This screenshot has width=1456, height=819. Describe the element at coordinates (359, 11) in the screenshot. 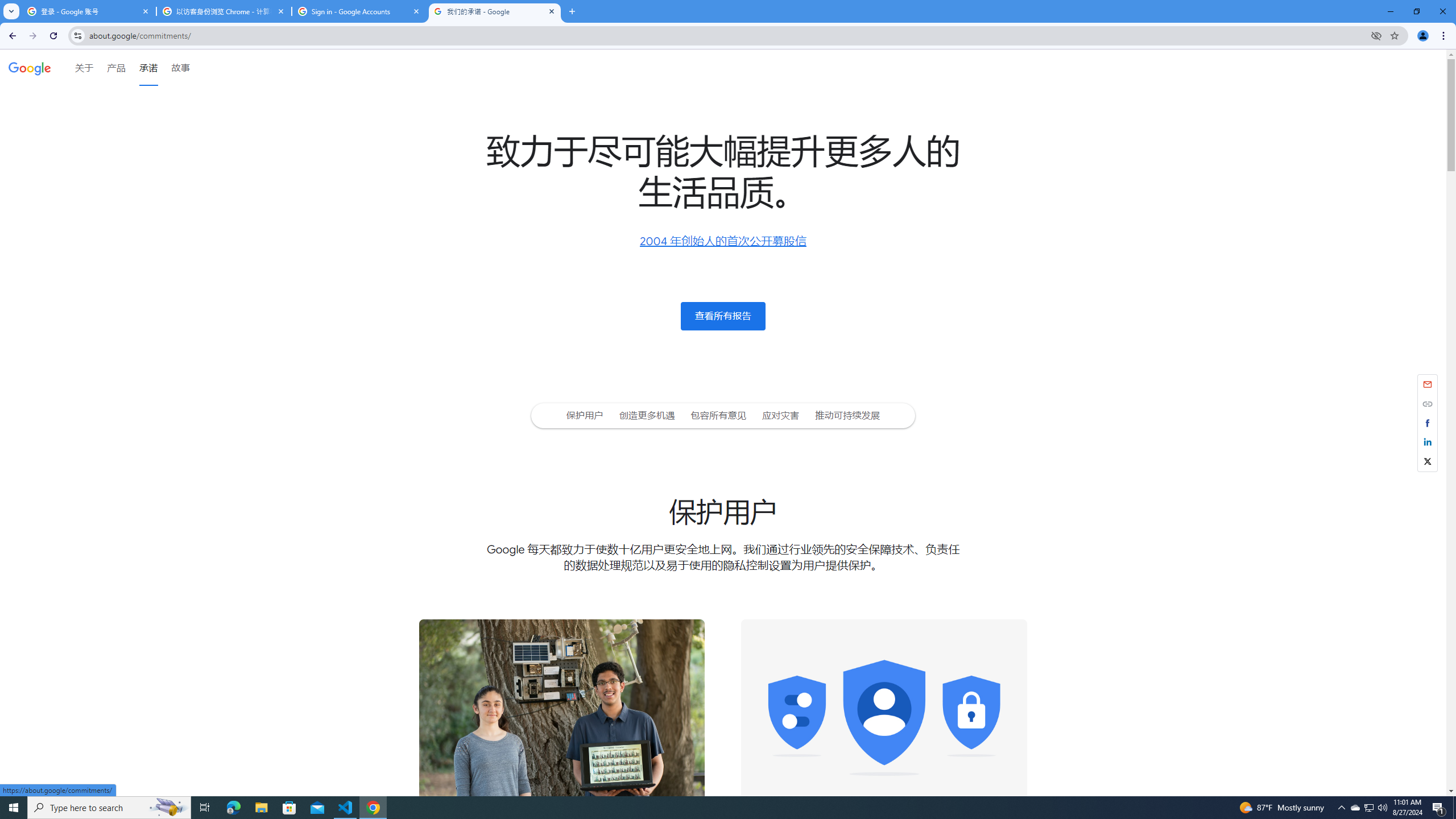

I see `'Sign in - Google Accounts'` at that location.